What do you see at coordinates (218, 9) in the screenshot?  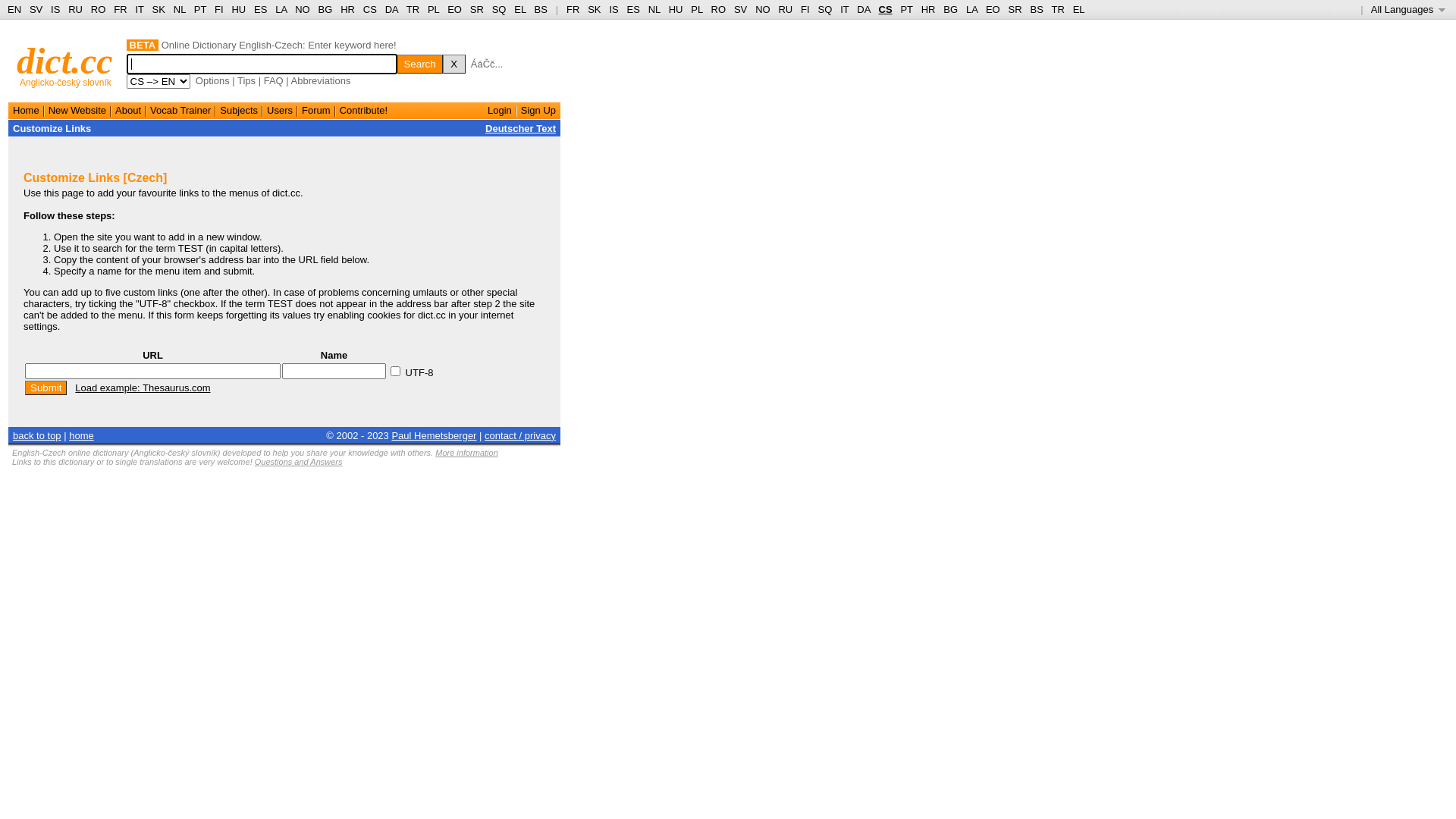 I see `'FI'` at bounding box center [218, 9].